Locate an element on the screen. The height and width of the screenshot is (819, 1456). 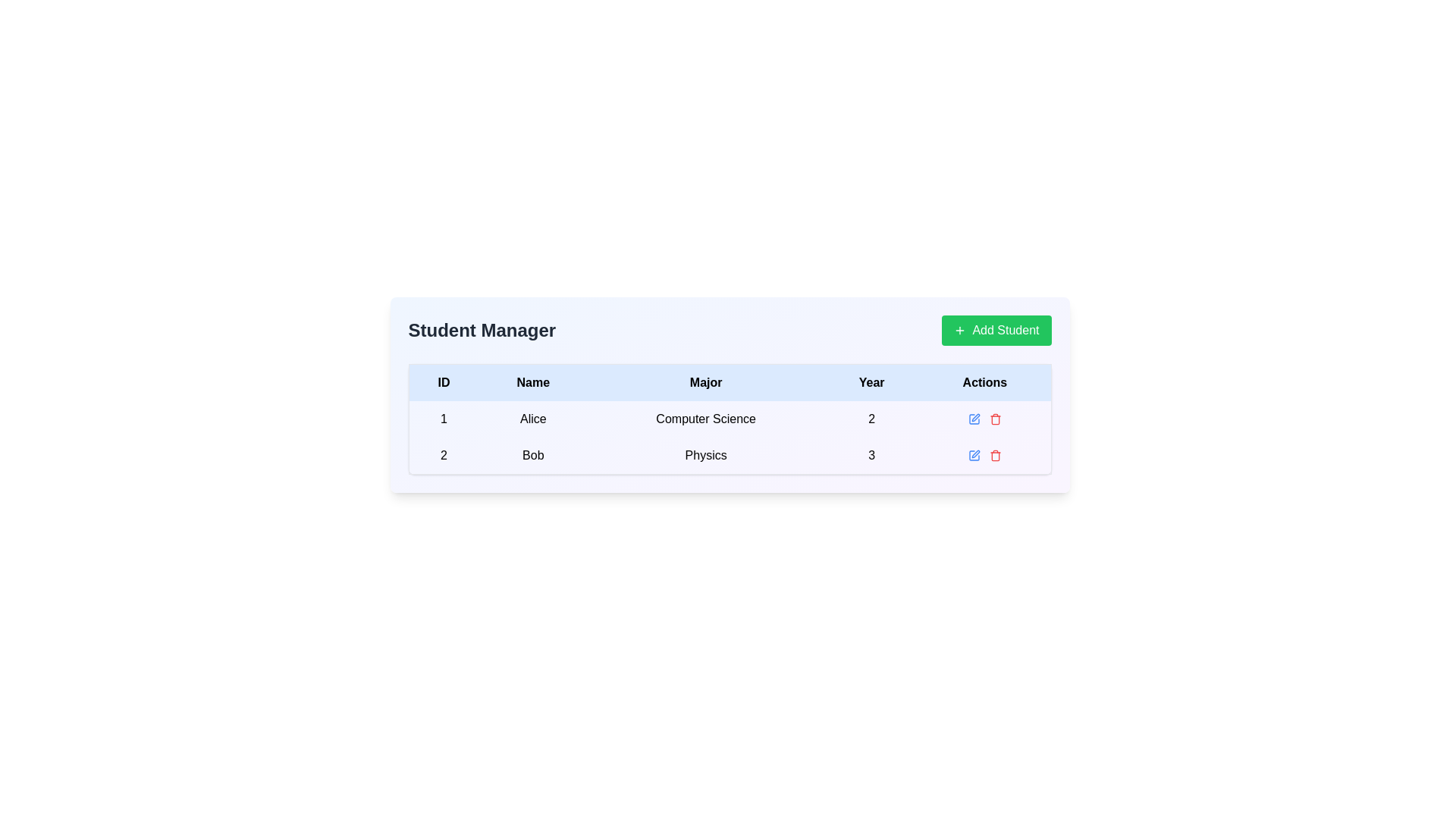
the 'Student Manager' text label located on the left side of the header section, which serves as the title for the interface is located at coordinates (481, 329).